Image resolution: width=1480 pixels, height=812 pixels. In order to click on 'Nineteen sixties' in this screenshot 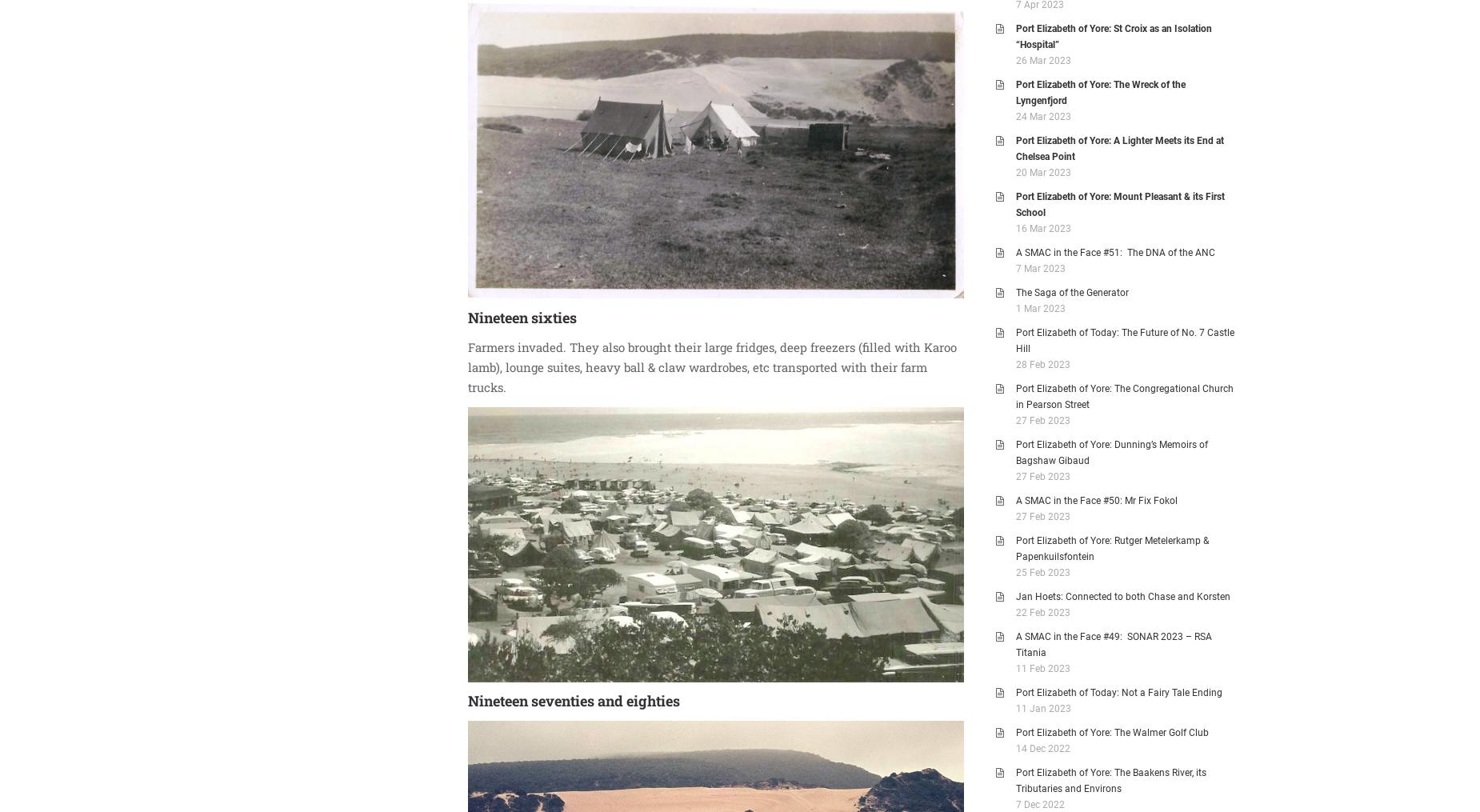, I will do `click(522, 316)`.